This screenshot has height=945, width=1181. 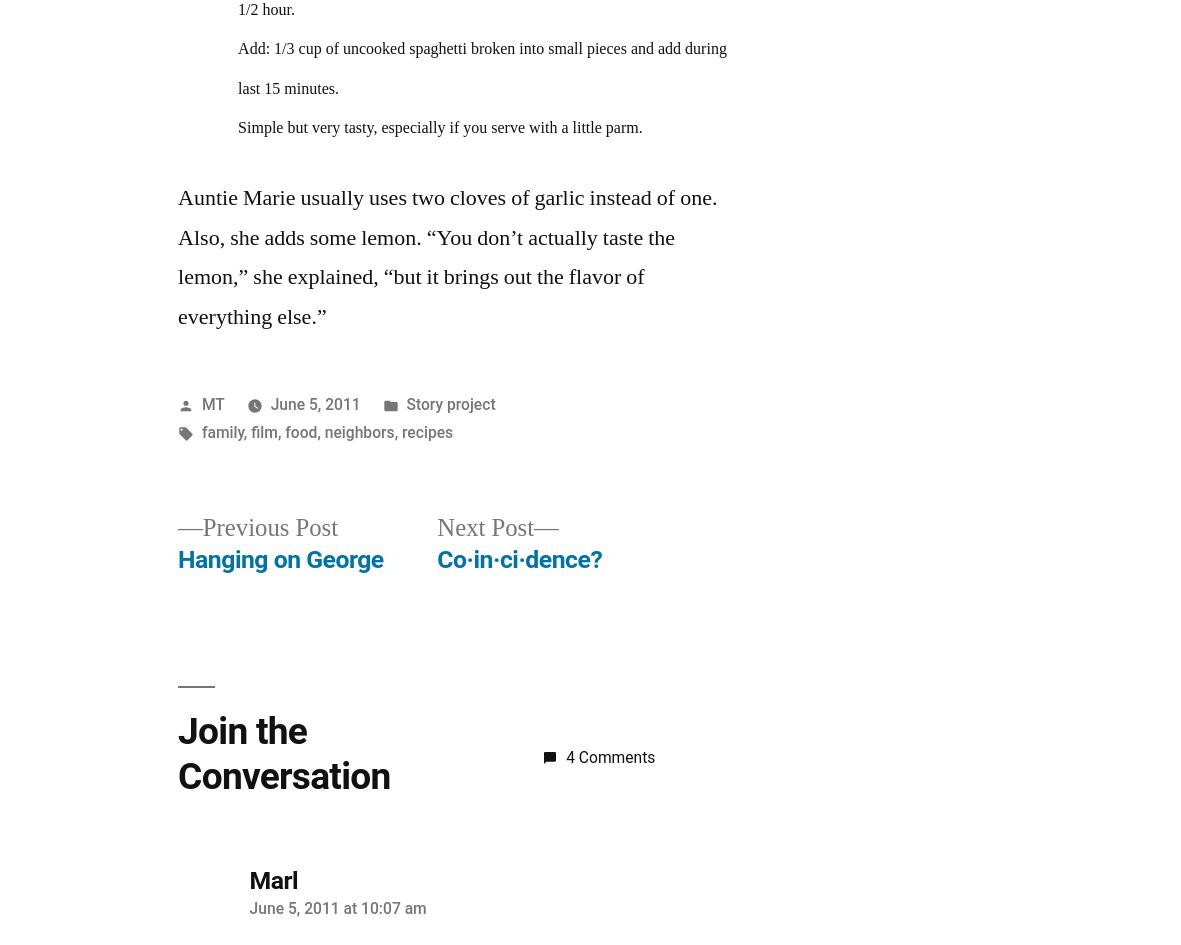 I want to click on 'Add: 1/3 cup of uncooked spaghetti broken into small pieces and add during last 15 minutes.', so click(x=480, y=68).